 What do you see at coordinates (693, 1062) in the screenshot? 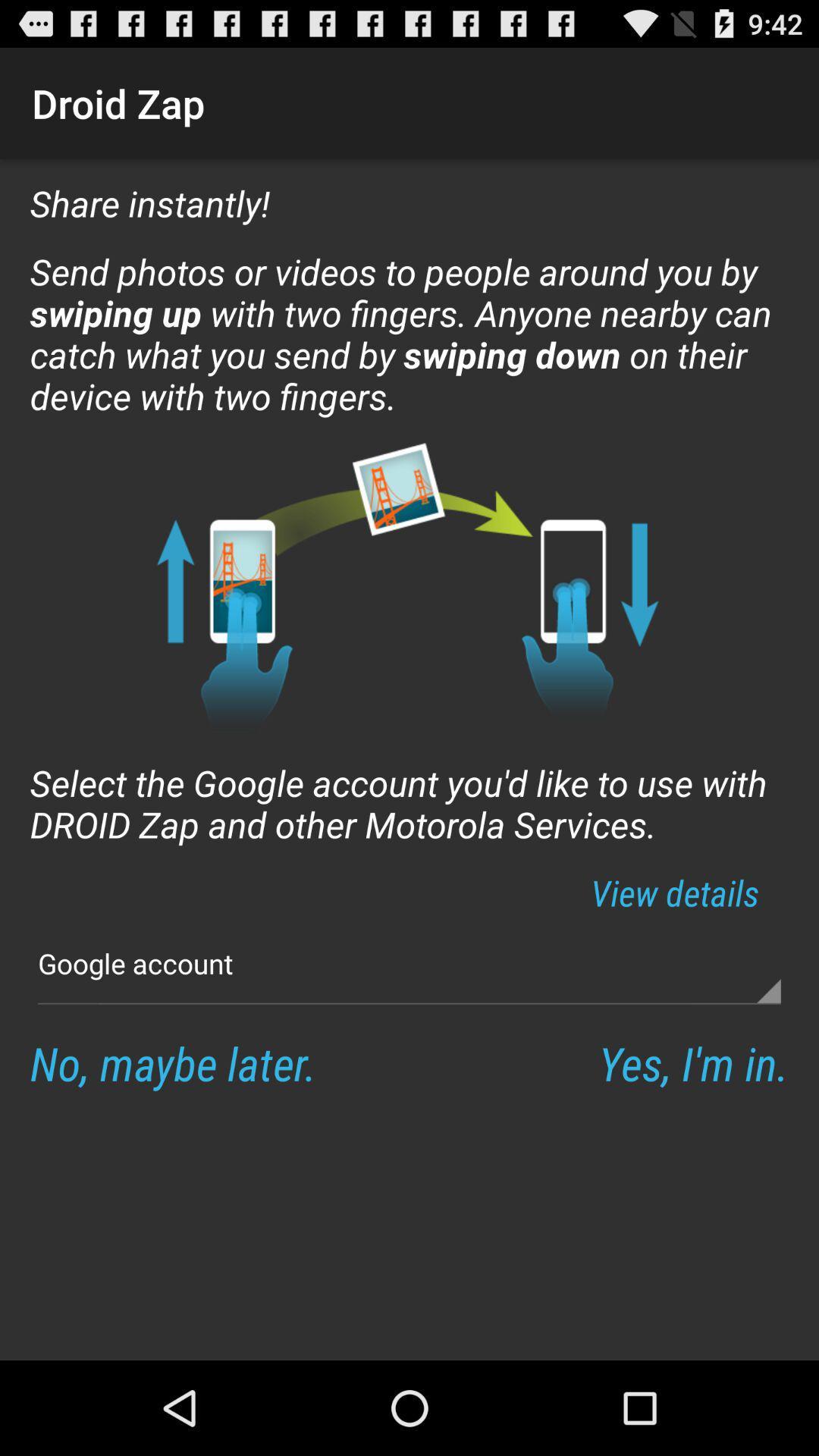
I see `icon to the right of the no, maybe later. item` at bounding box center [693, 1062].